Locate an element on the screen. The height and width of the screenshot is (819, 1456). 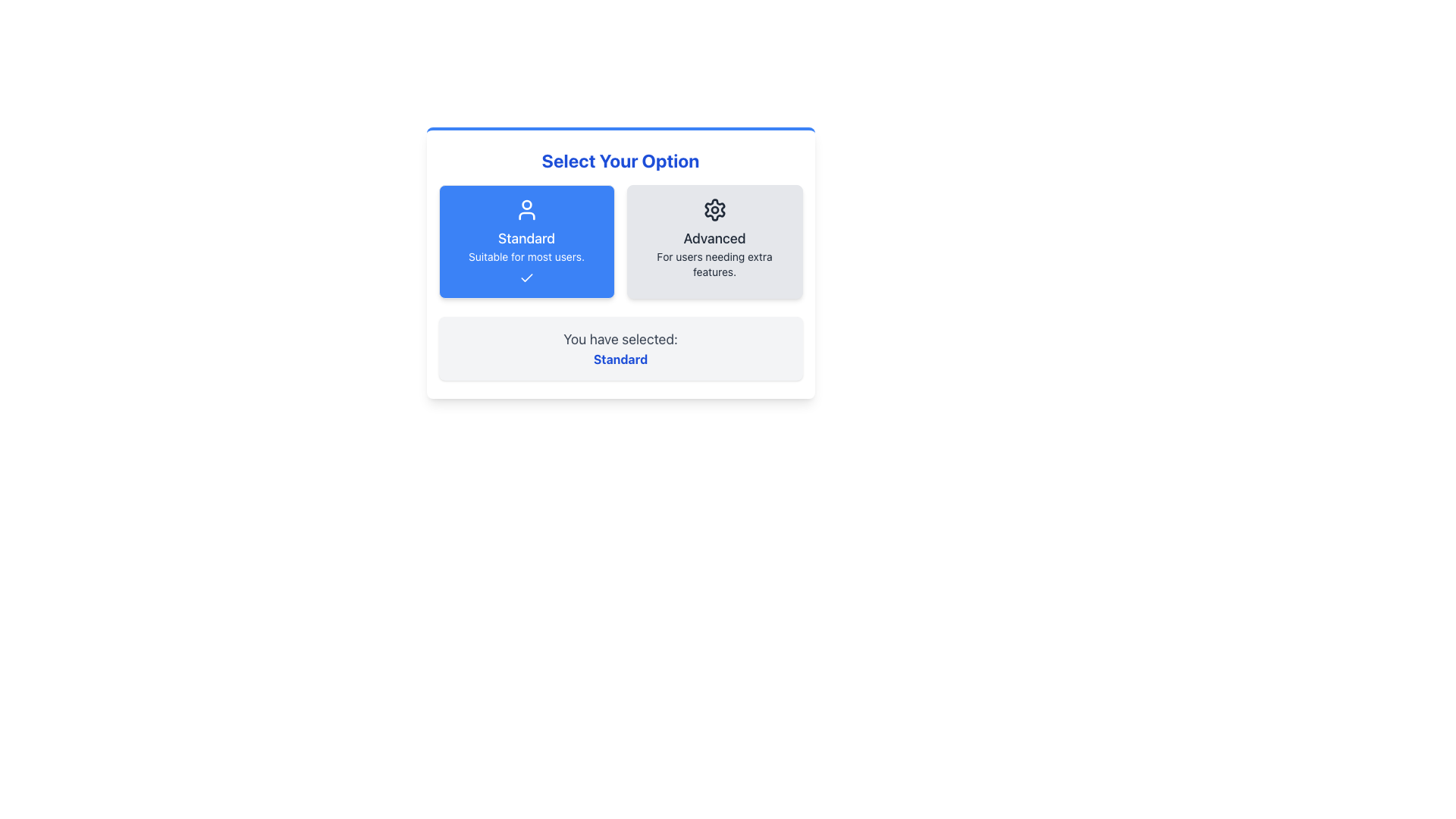
the title text for the 'Standard' option, which is located prominently at the top center of the interface, underneath an icon of a person and above the descriptive text 'Suitable for most users.' is located at coordinates (526, 239).